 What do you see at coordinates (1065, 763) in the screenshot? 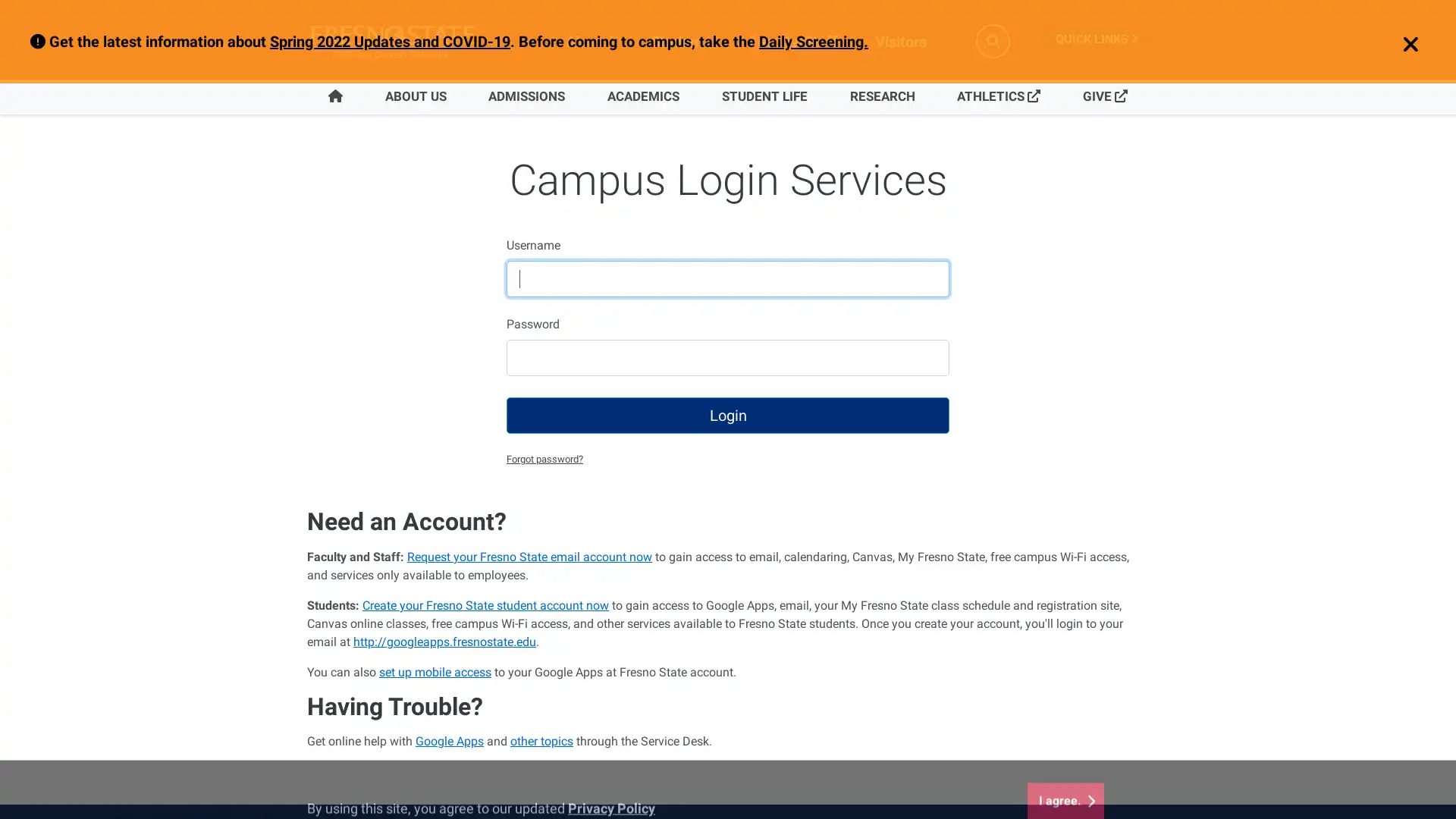
I see `dismiss cookie message` at bounding box center [1065, 763].